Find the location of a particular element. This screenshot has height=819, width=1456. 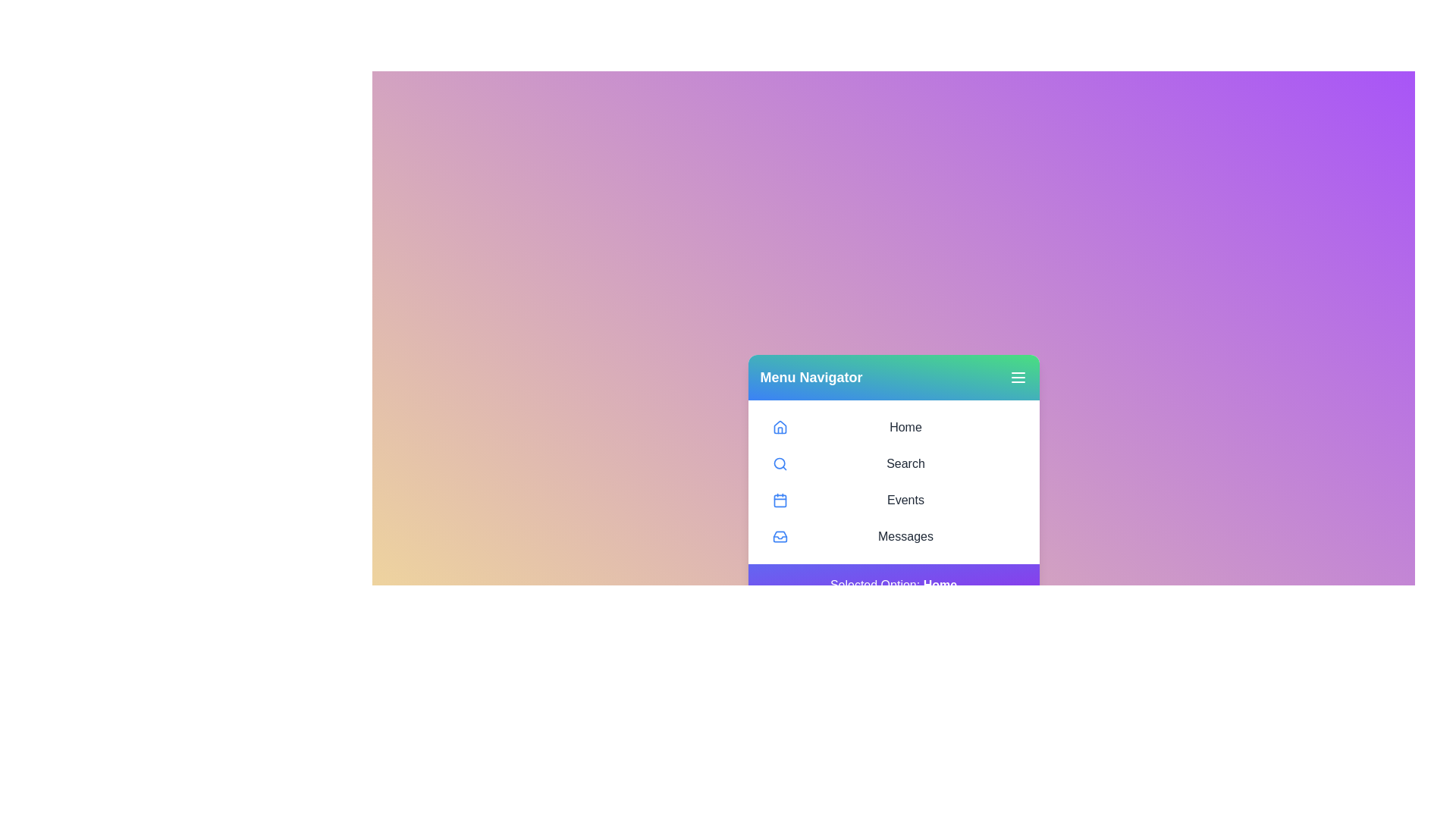

the menu item Home from the menu is located at coordinates (893, 427).